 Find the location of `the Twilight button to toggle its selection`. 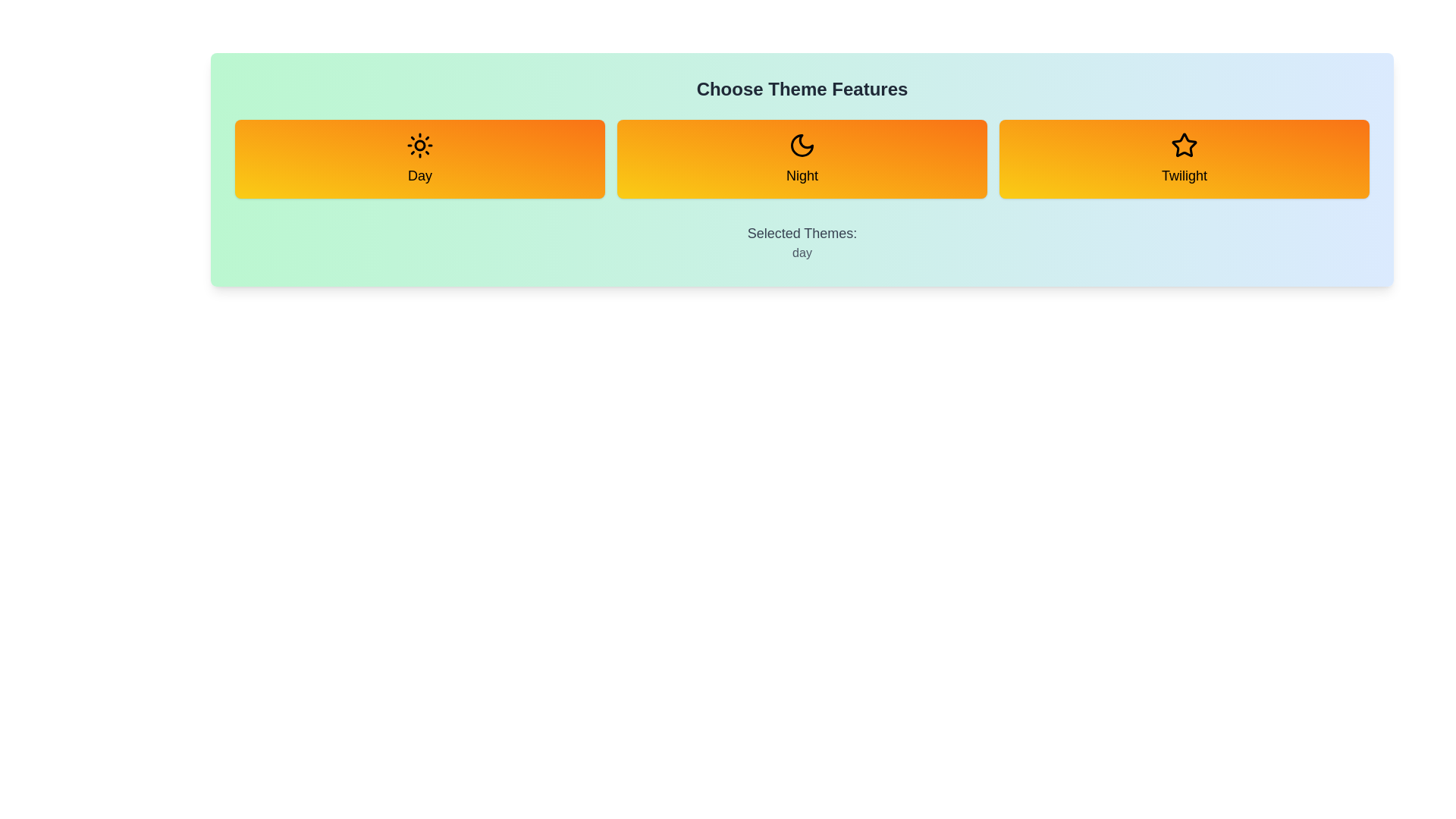

the Twilight button to toggle its selection is located at coordinates (1183, 158).